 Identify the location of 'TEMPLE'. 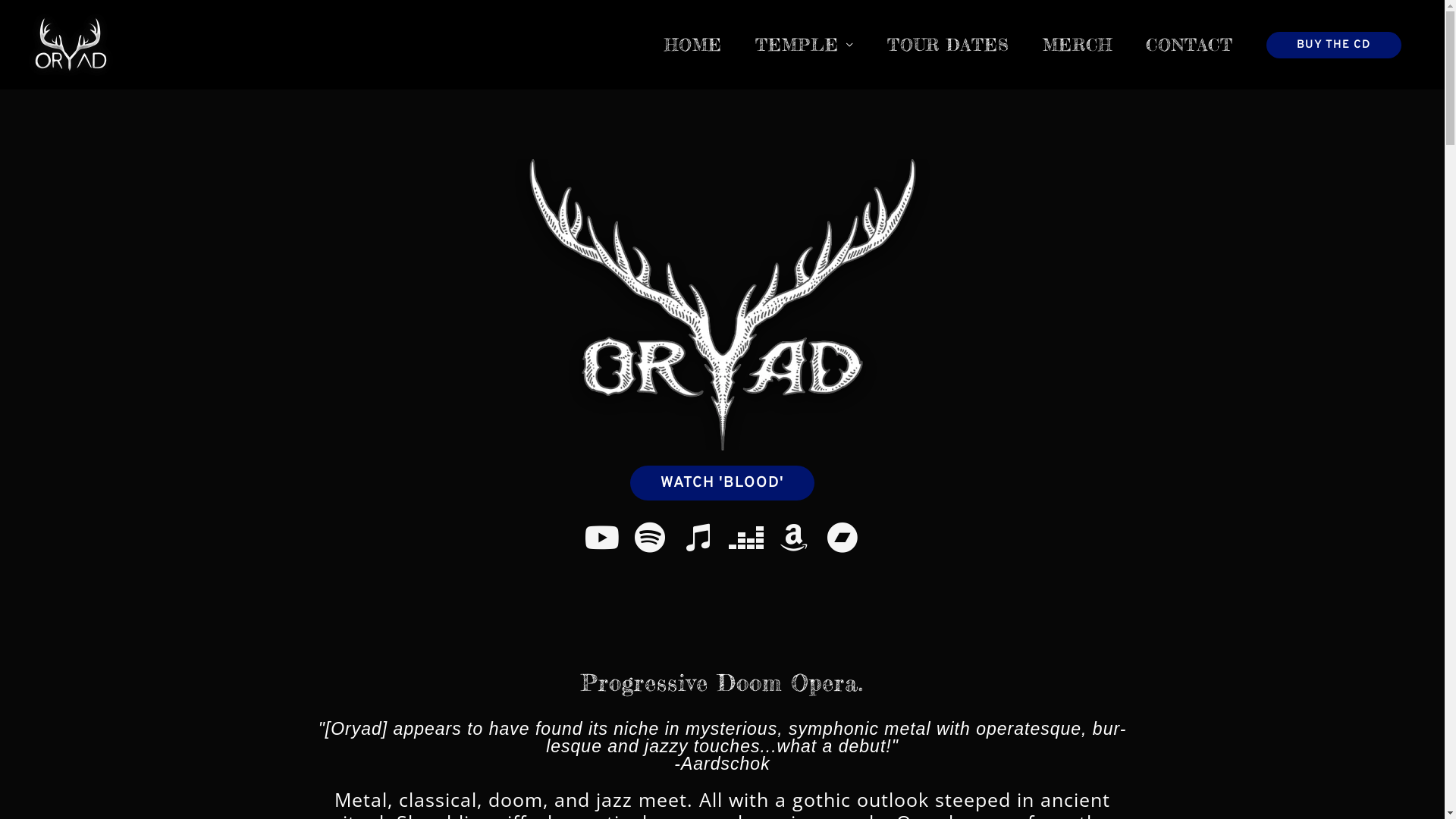
(803, 43).